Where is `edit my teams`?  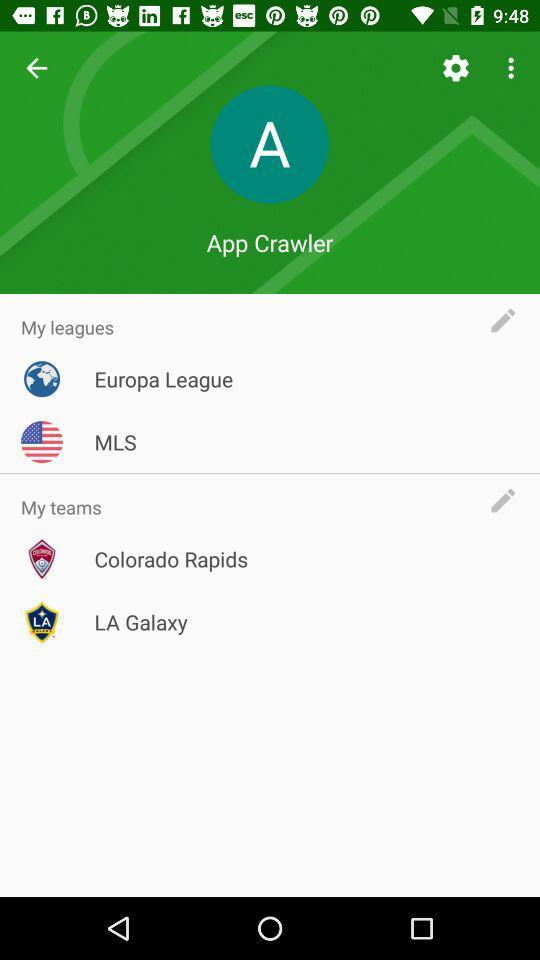
edit my teams is located at coordinates (508, 499).